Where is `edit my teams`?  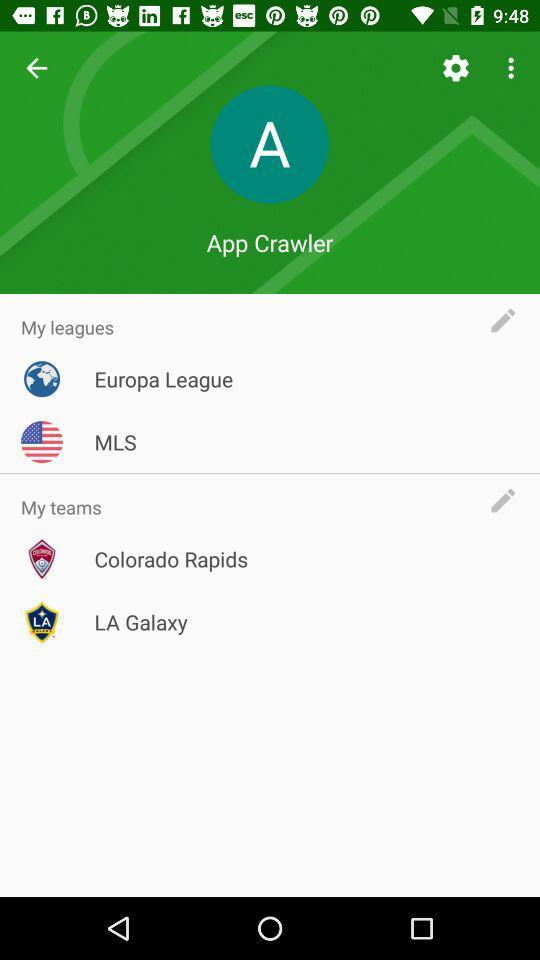
edit my teams is located at coordinates (508, 499).